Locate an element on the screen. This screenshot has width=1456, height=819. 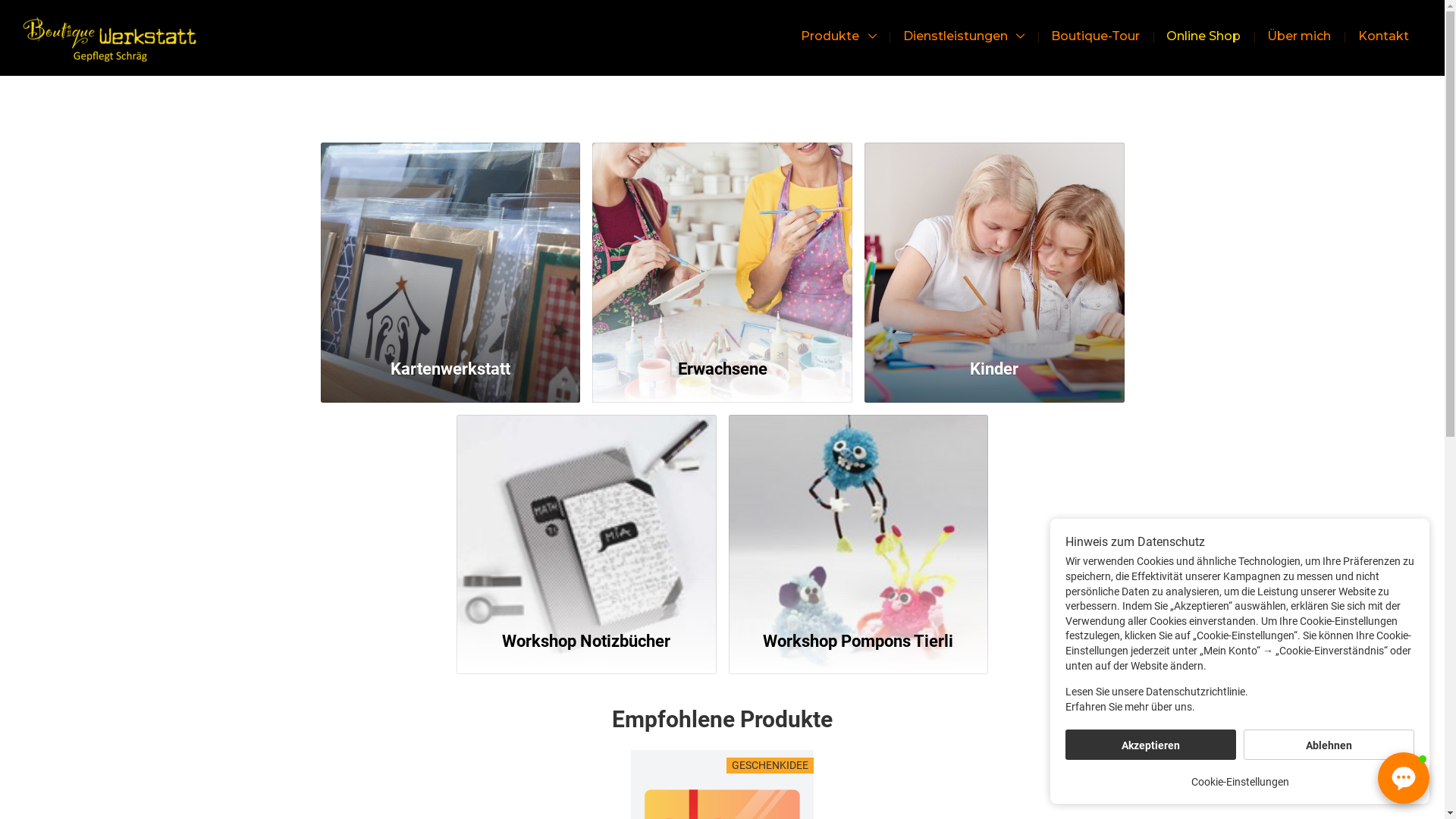
'Produkte' is located at coordinates (837, 36).